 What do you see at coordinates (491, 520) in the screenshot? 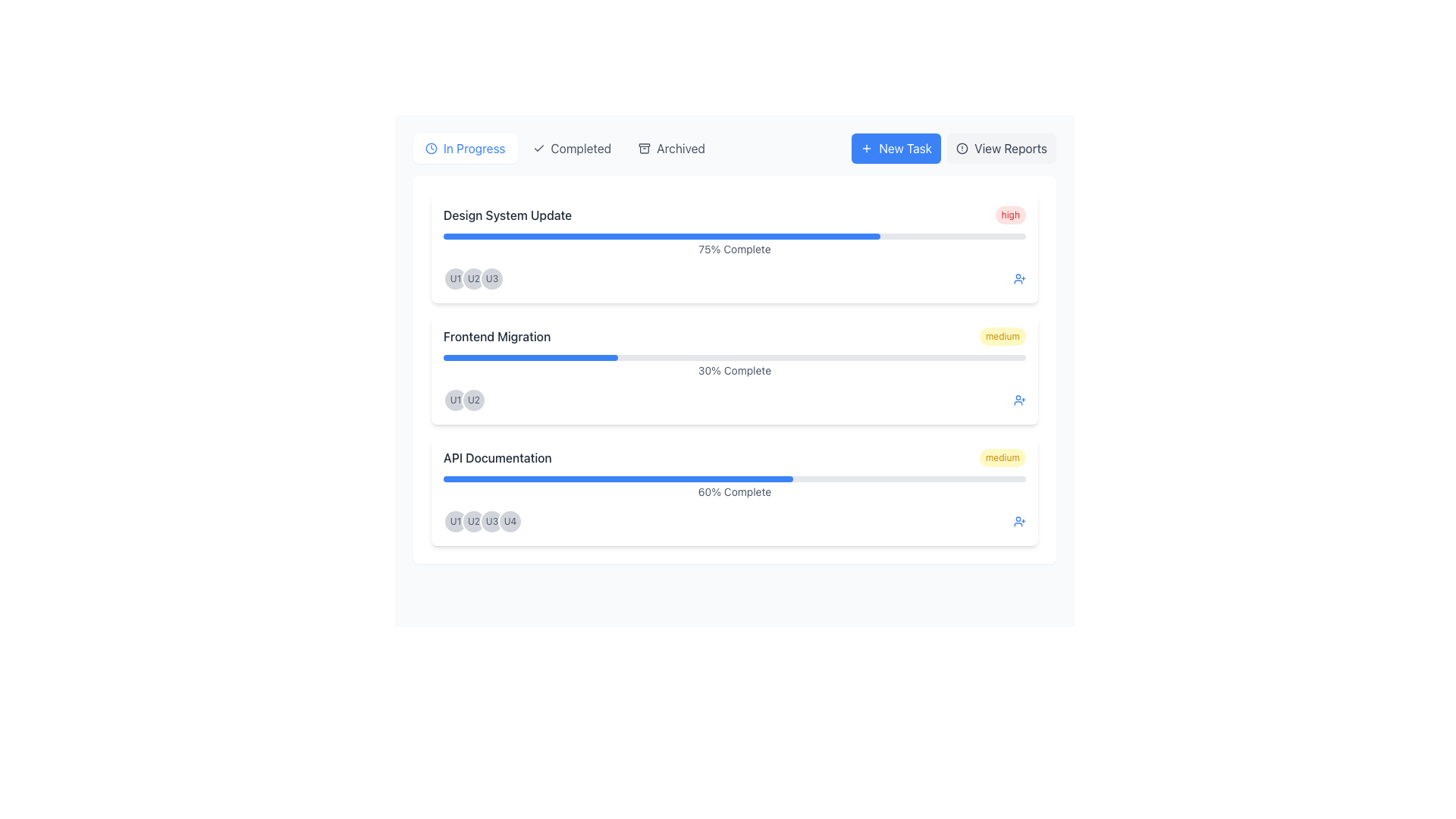
I see `the non-interactive label 'U3' that is centered within the third circular avatar below the 'Design System Update' progress bar` at bounding box center [491, 520].